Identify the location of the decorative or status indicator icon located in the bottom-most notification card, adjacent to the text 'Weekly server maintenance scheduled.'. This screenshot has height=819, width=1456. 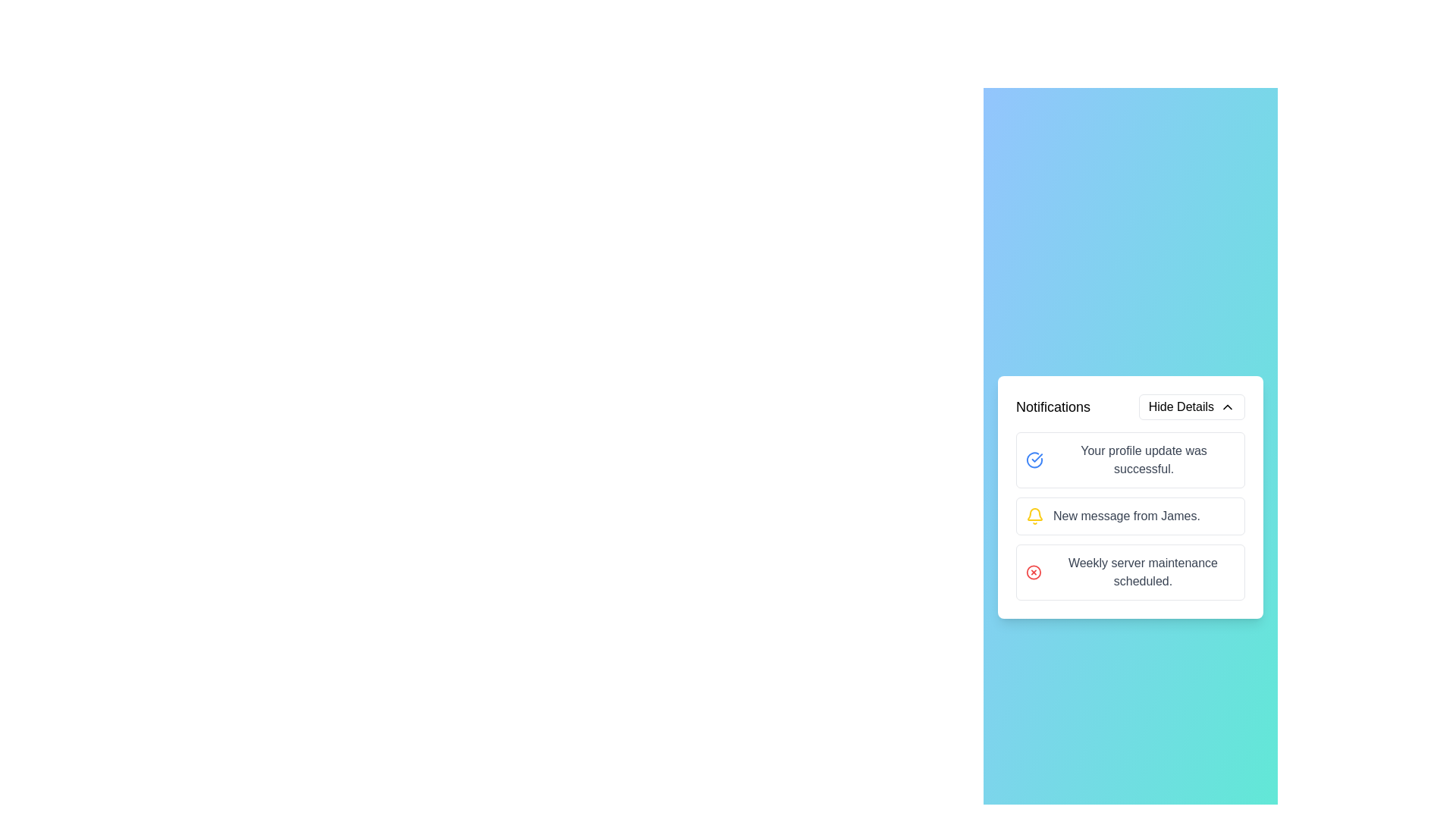
(1033, 573).